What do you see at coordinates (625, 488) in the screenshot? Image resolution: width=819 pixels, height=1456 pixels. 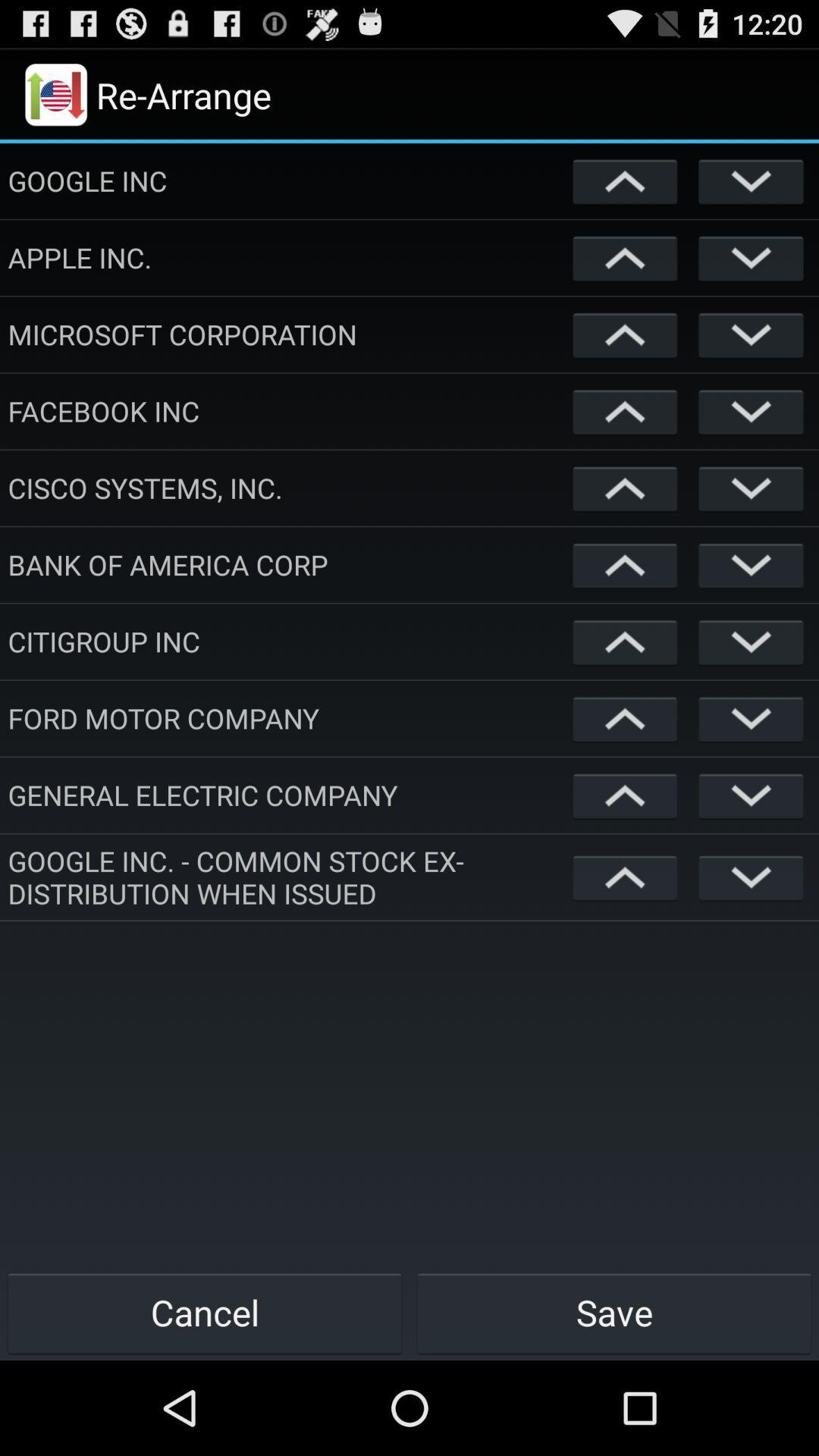 I see `move item up list` at bounding box center [625, 488].